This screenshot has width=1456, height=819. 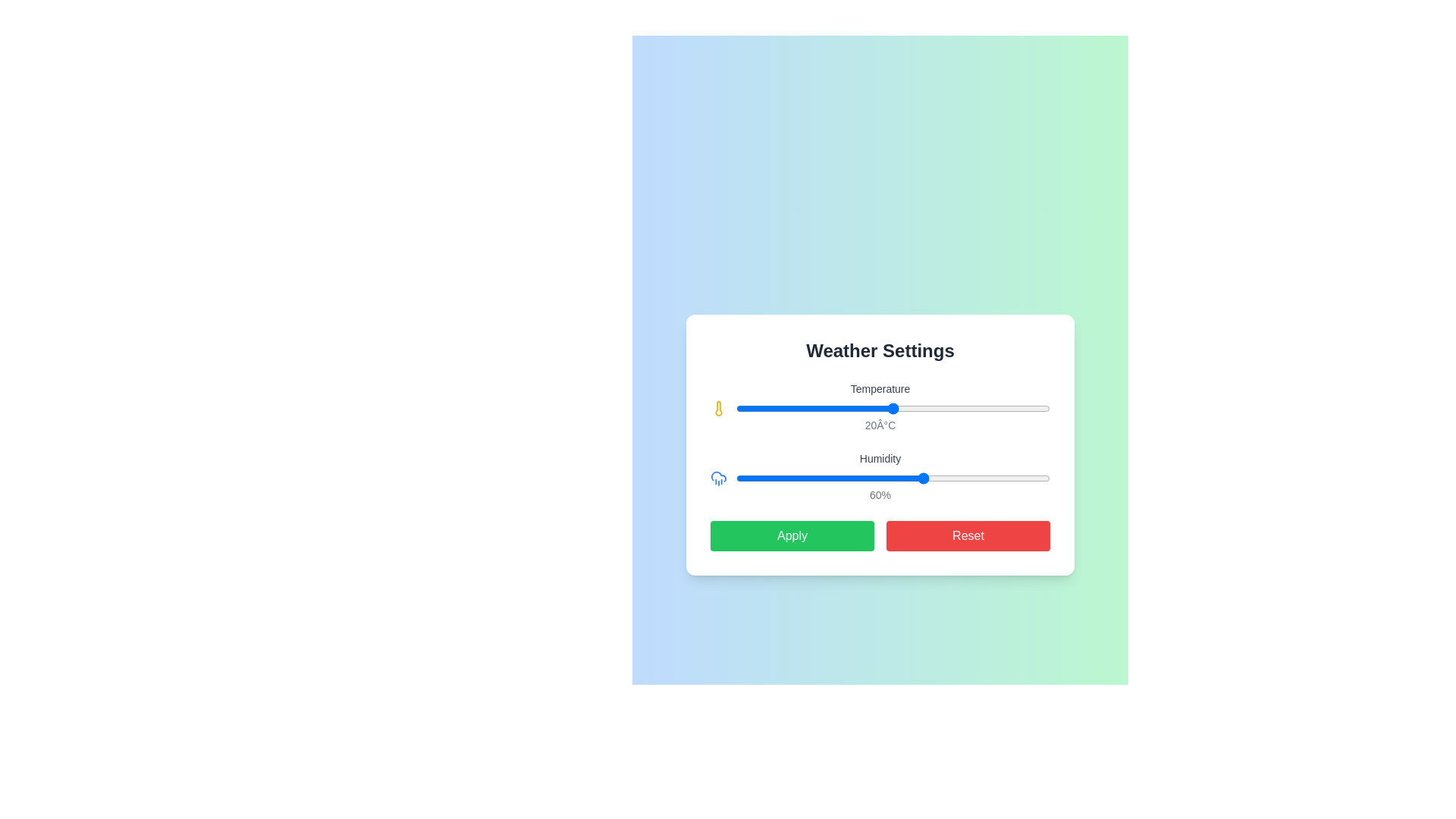 I want to click on the slider value, so click(x=808, y=479).